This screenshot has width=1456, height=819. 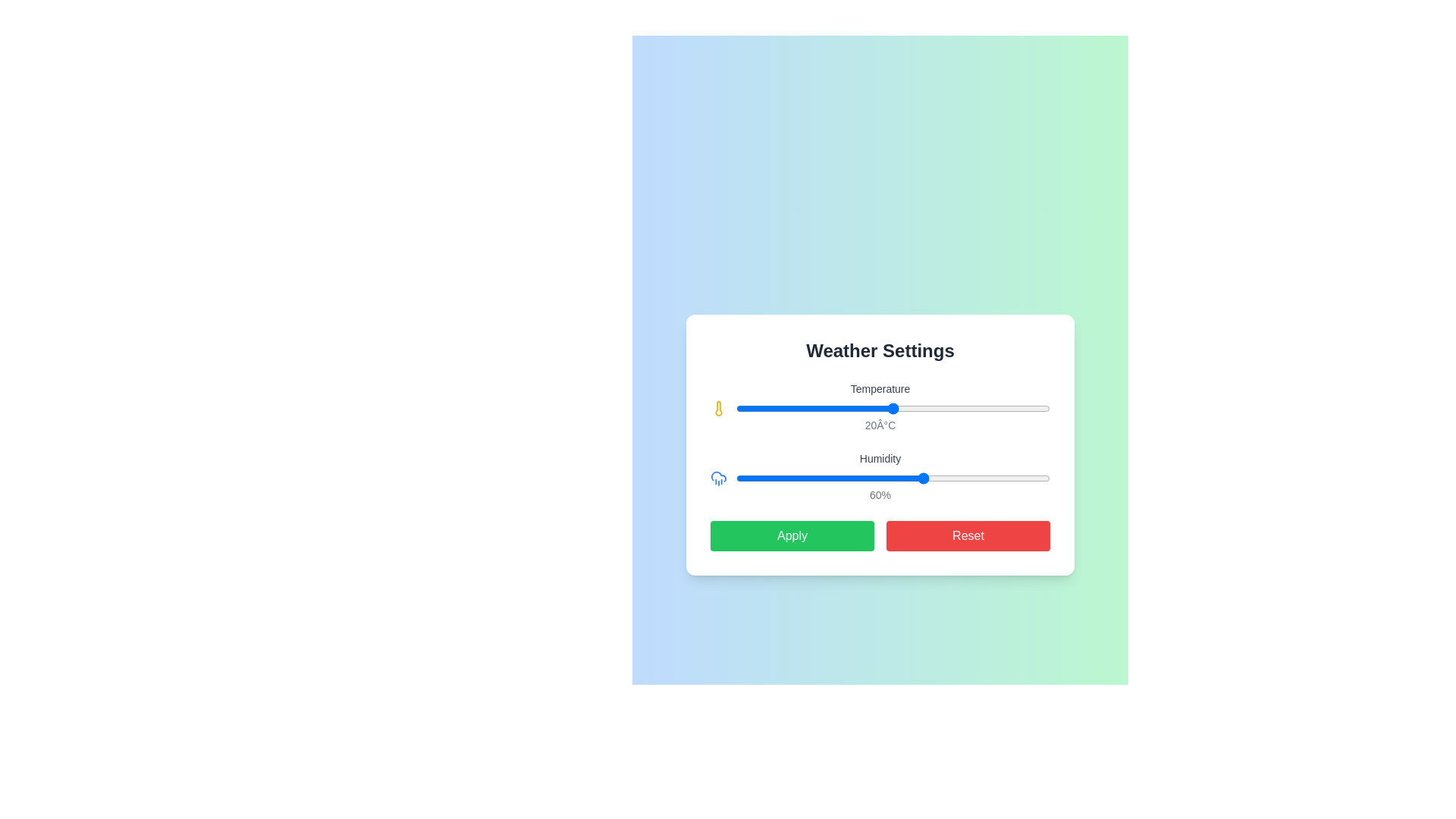 I want to click on the slider value, so click(x=808, y=479).